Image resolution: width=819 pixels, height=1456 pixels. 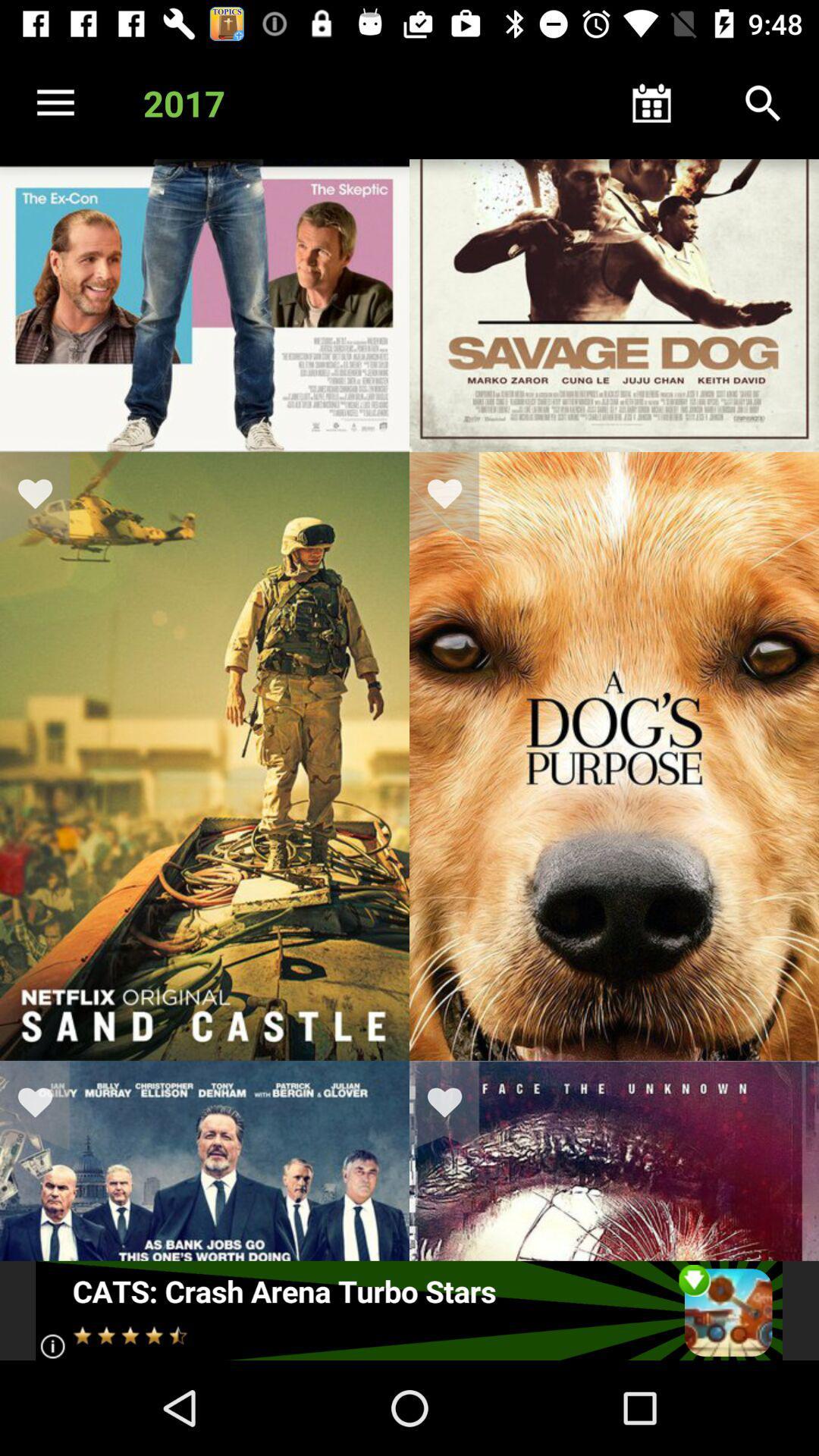 I want to click on favorite, so click(x=44, y=1106).